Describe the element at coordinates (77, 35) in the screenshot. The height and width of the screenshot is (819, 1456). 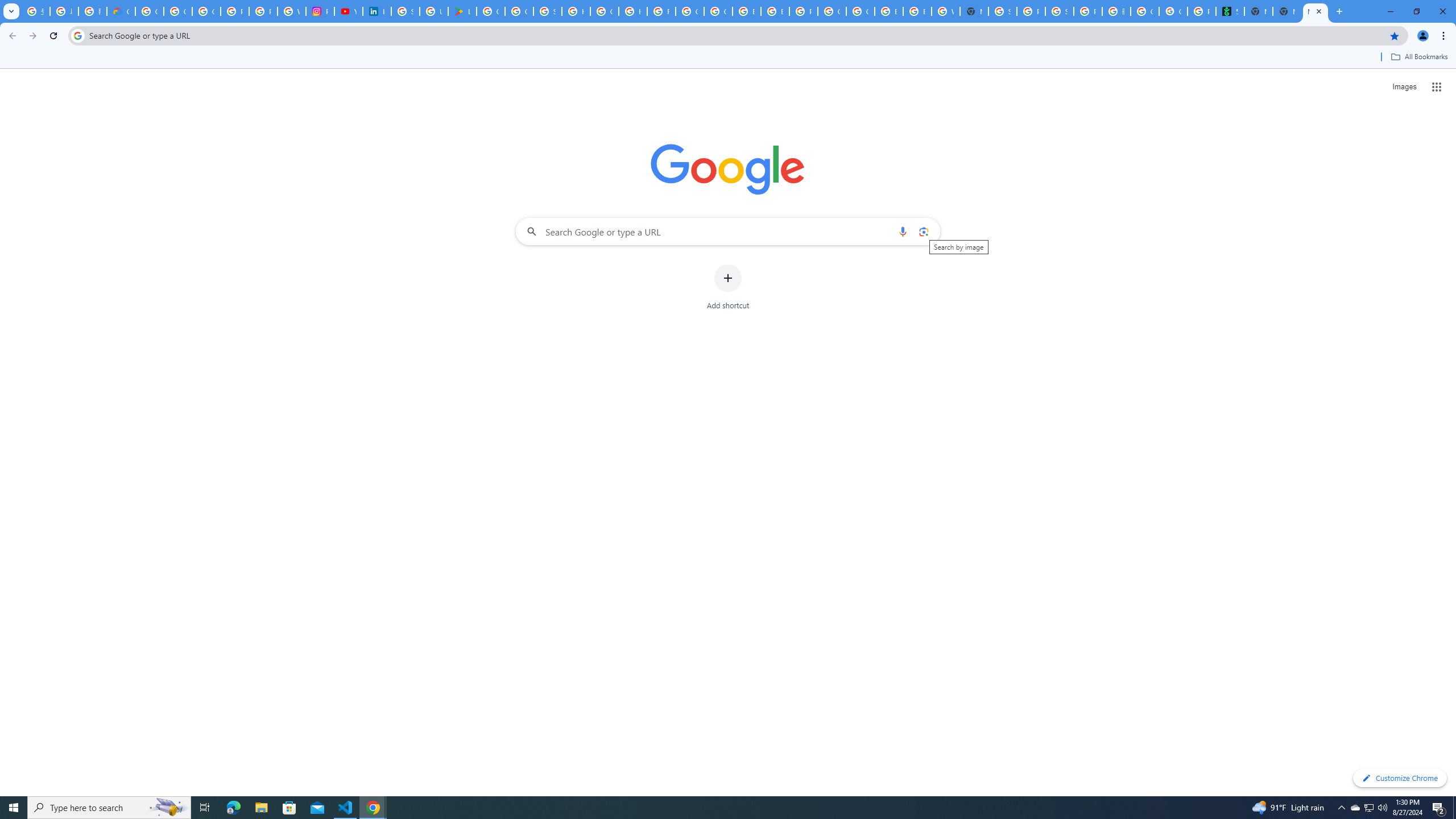
I see `'Search icon'` at that location.